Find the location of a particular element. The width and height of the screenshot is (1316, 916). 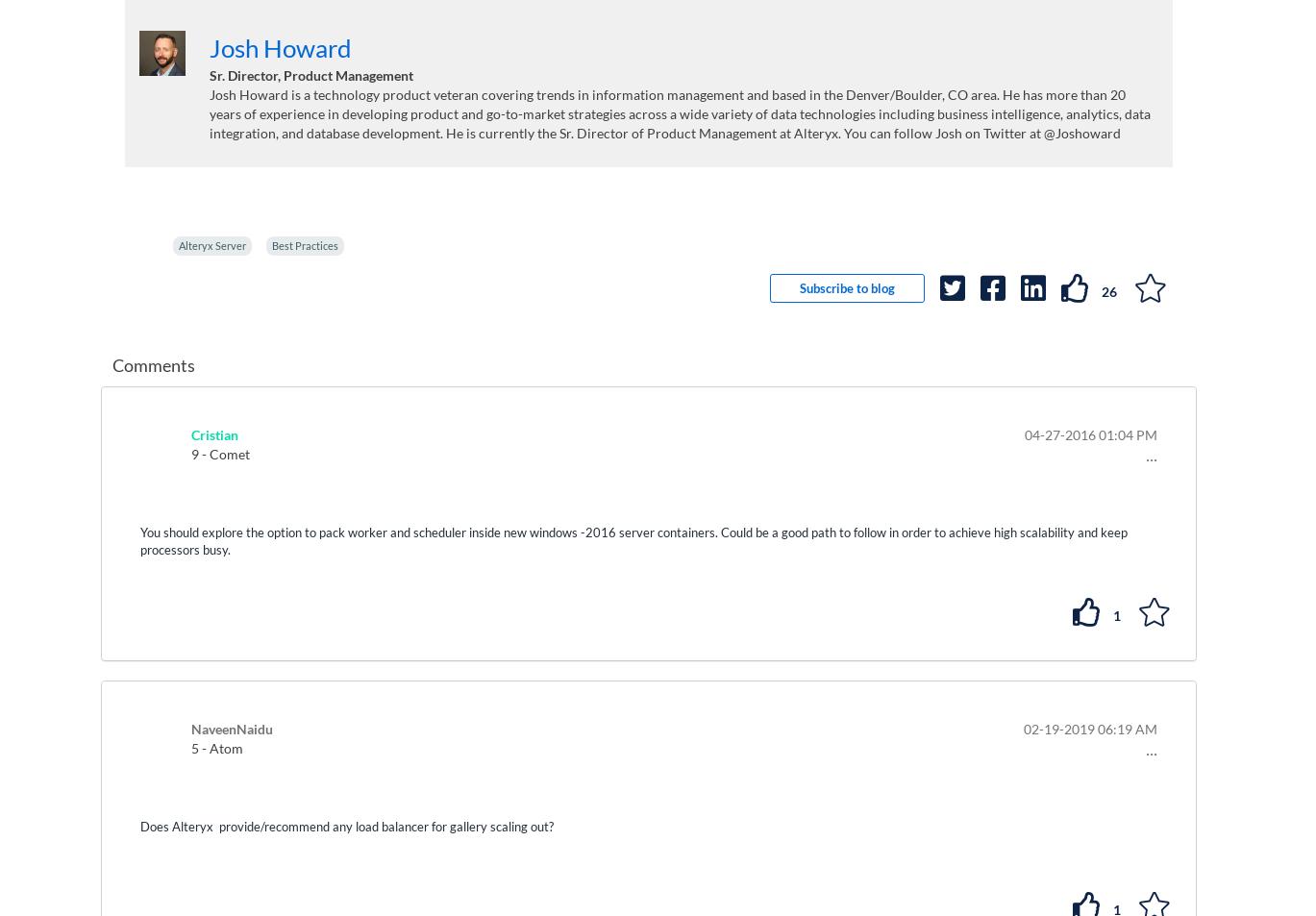

'‎04-27-2016' is located at coordinates (1025, 433).